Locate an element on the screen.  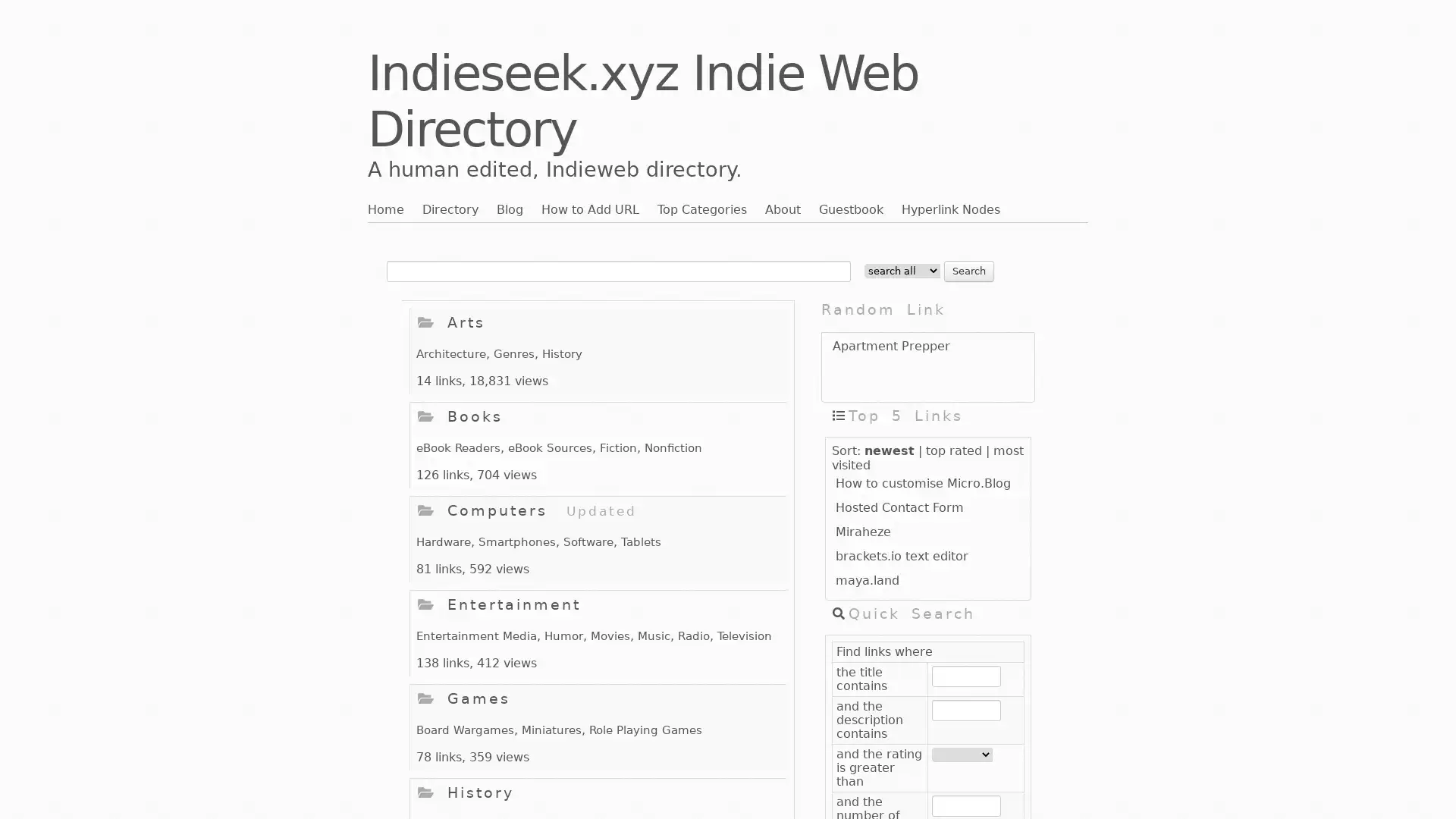
Search is located at coordinates (968, 270).